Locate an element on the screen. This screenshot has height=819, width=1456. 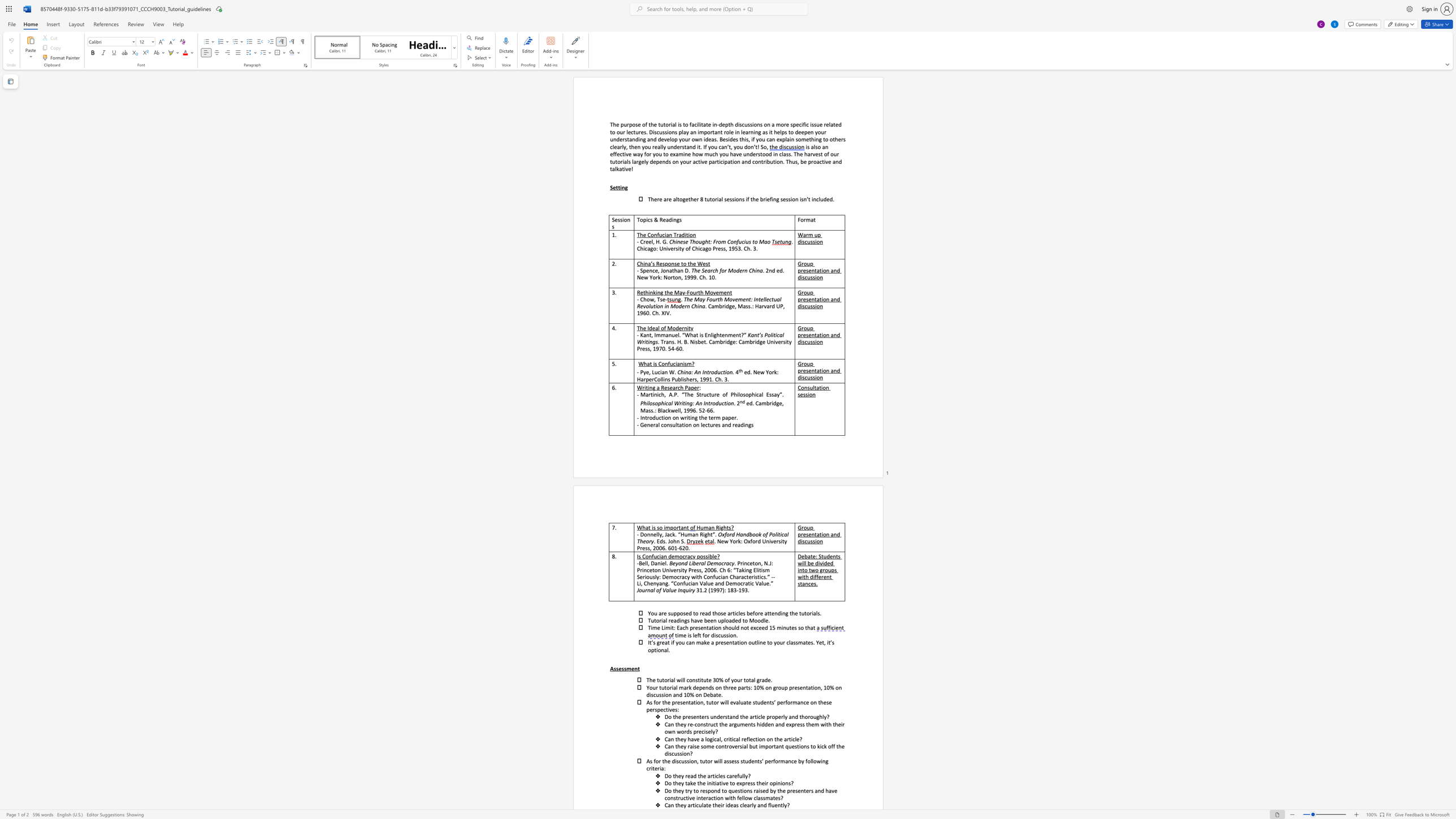
the subset text "“Hu" within the text "- Donnelly, Jack. “Human Right" is located at coordinates (678, 534).